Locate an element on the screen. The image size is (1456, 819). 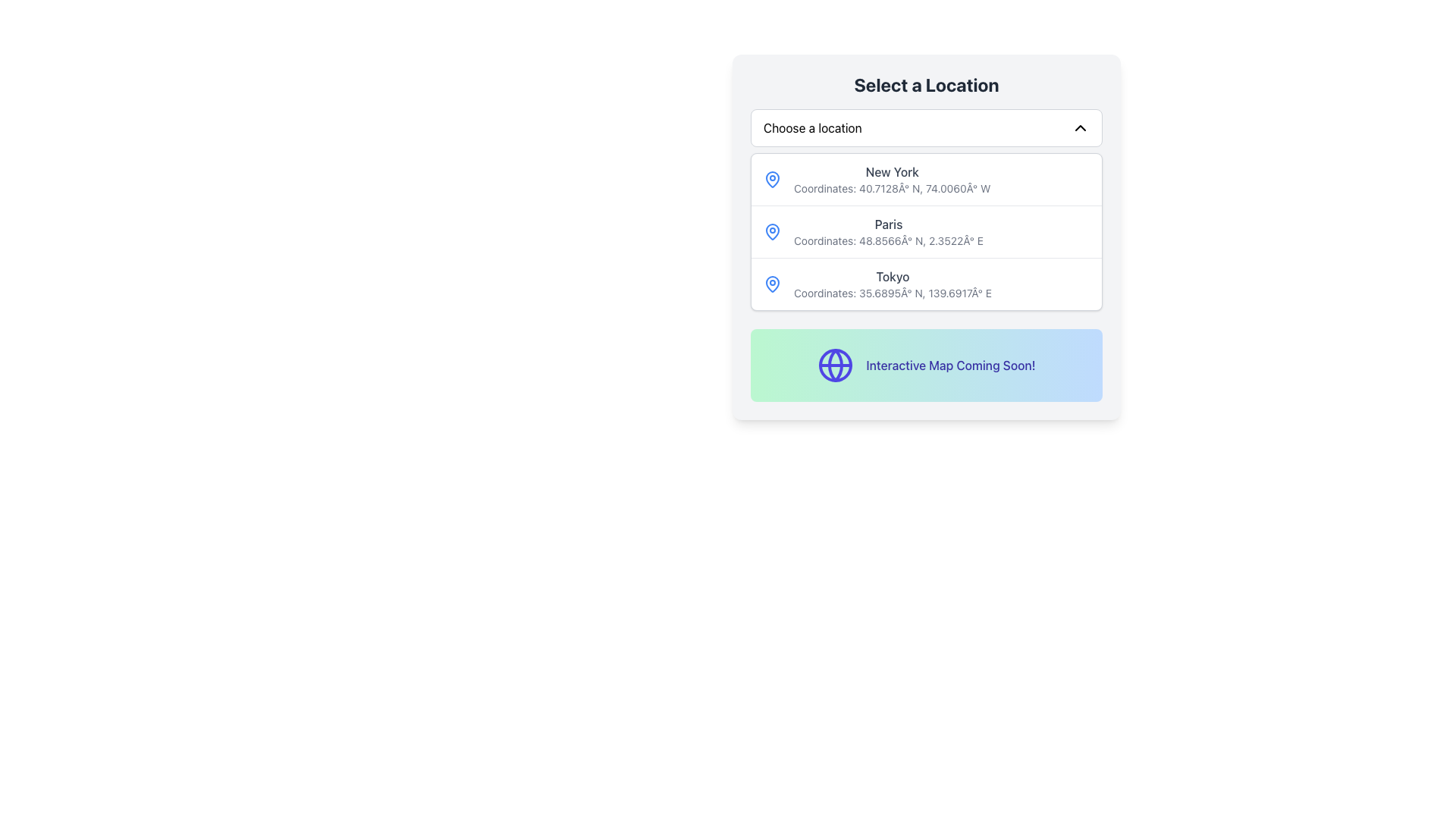
the Tokyo location icon, which is positioned on the far left of the entry in the list of locations is located at coordinates (772, 284).